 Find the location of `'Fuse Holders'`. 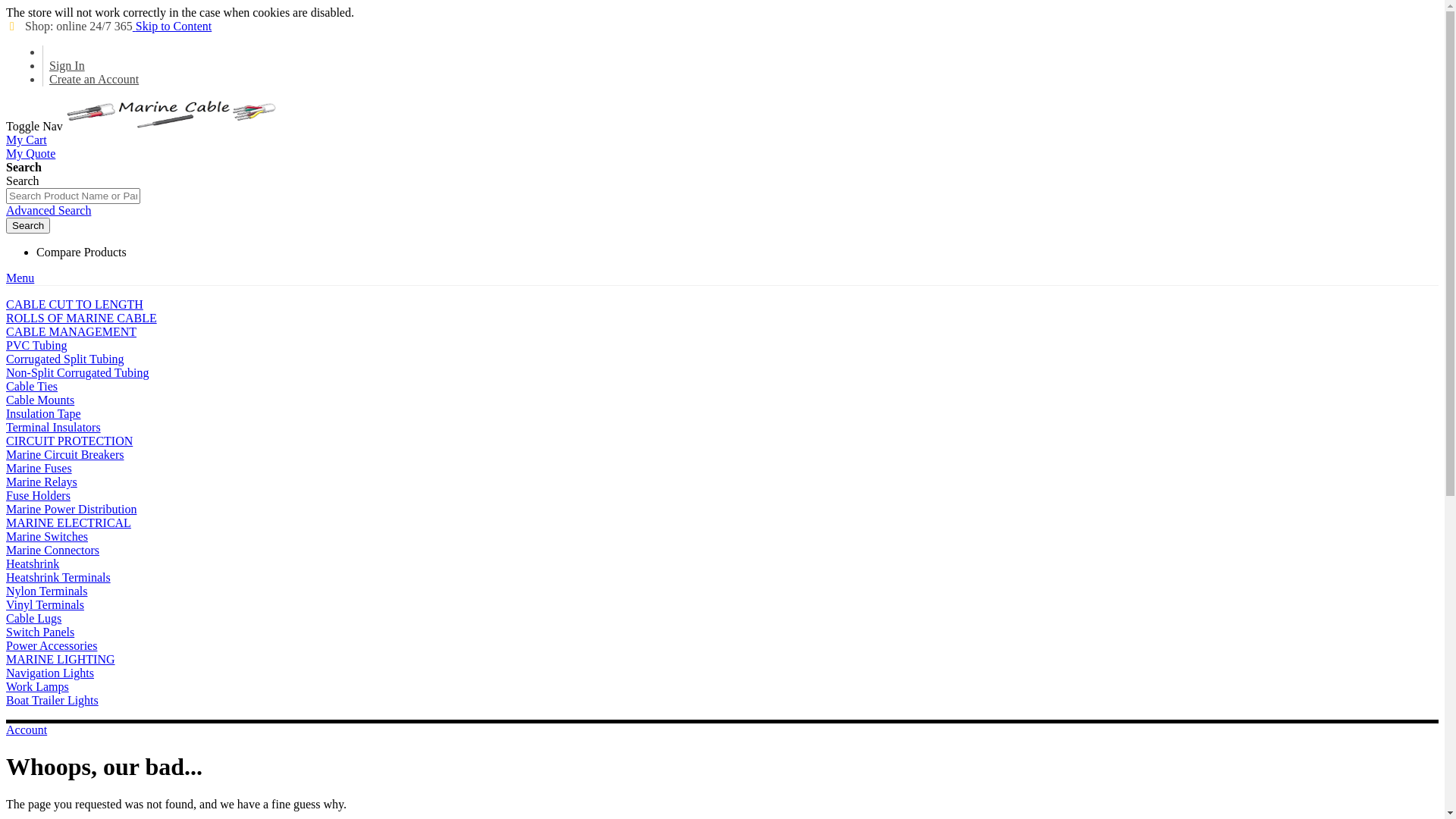

'Fuse Holders' is located at coordinates (38, 495).